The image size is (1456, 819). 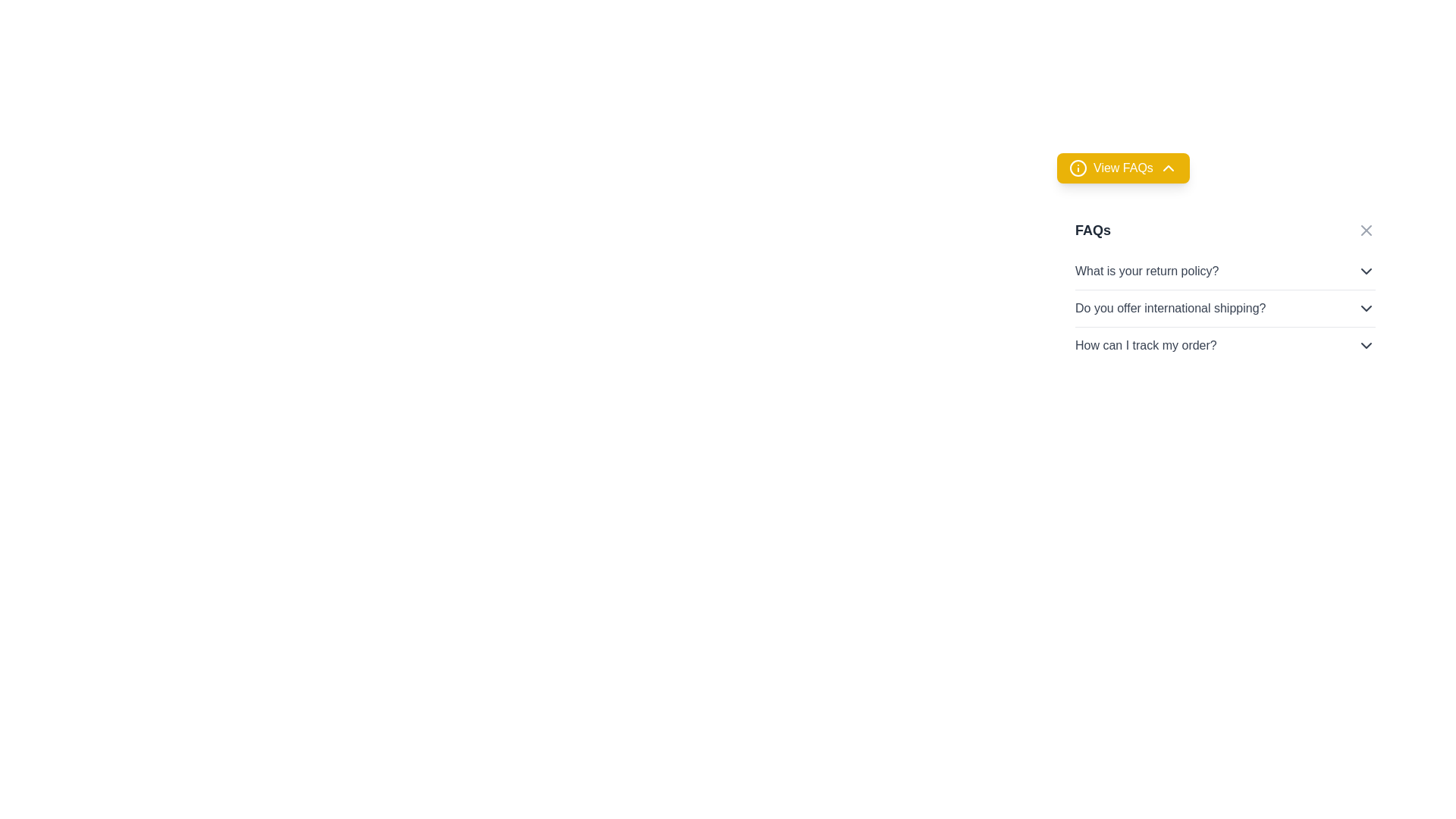 What do you see at coordinates (1366, 271) in the screenshot?
I see `the downward-facing chevron icon` at bounding box center [1366, 271].